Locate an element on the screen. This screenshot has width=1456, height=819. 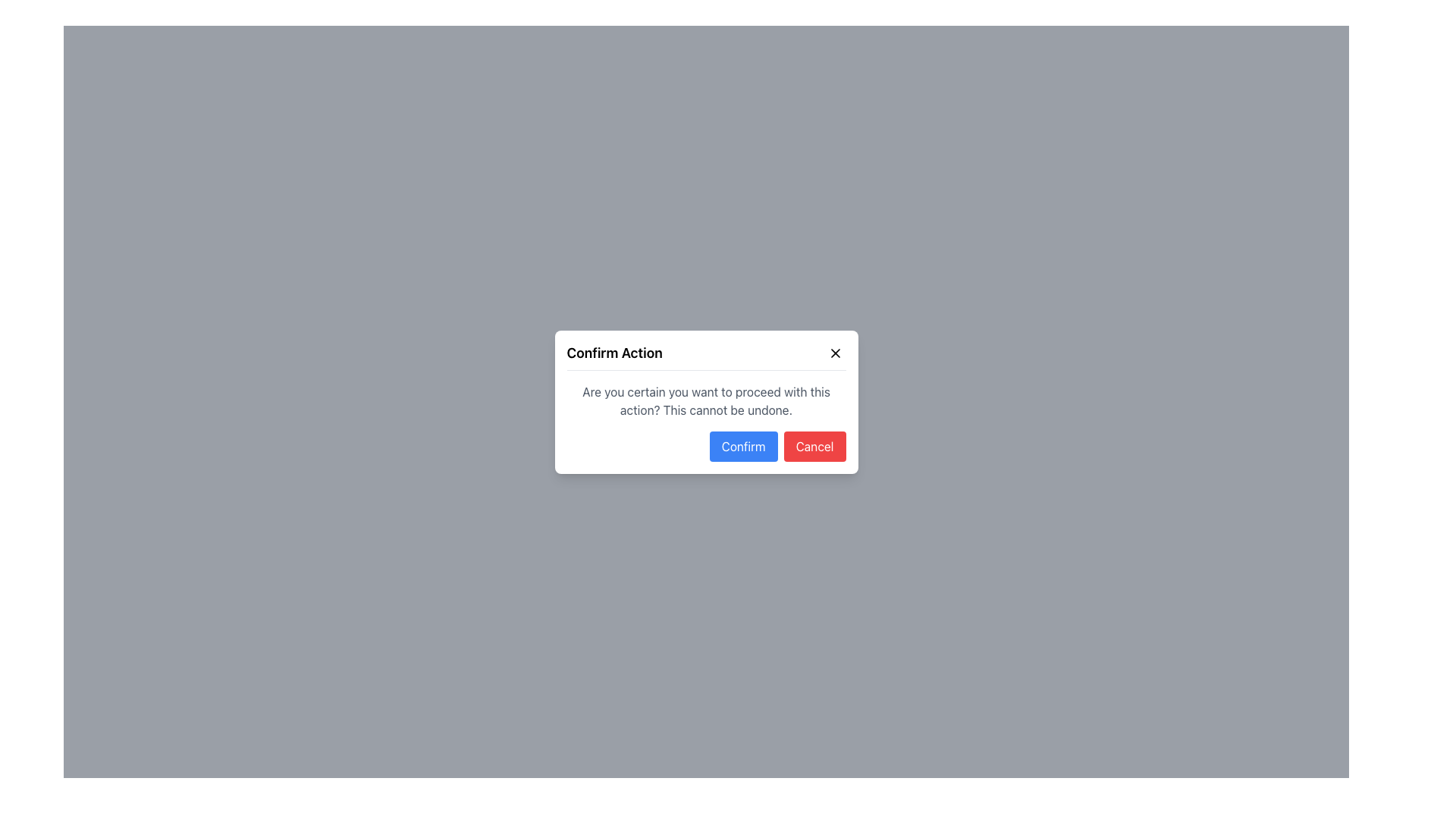
the cancel button located at the bottom-right of the dialog box is located at coordinates (814, 445).